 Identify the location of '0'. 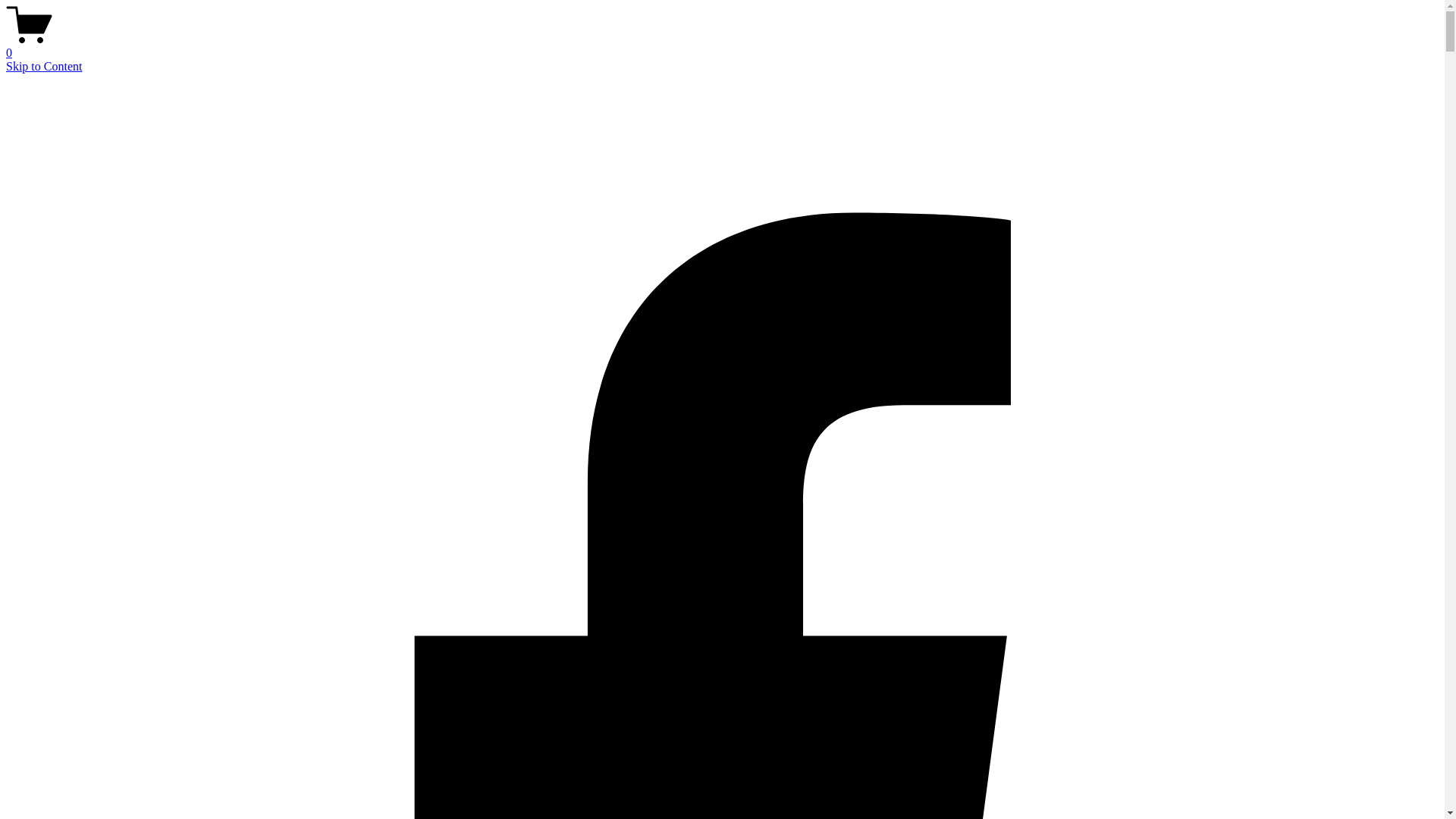
(721, 45).